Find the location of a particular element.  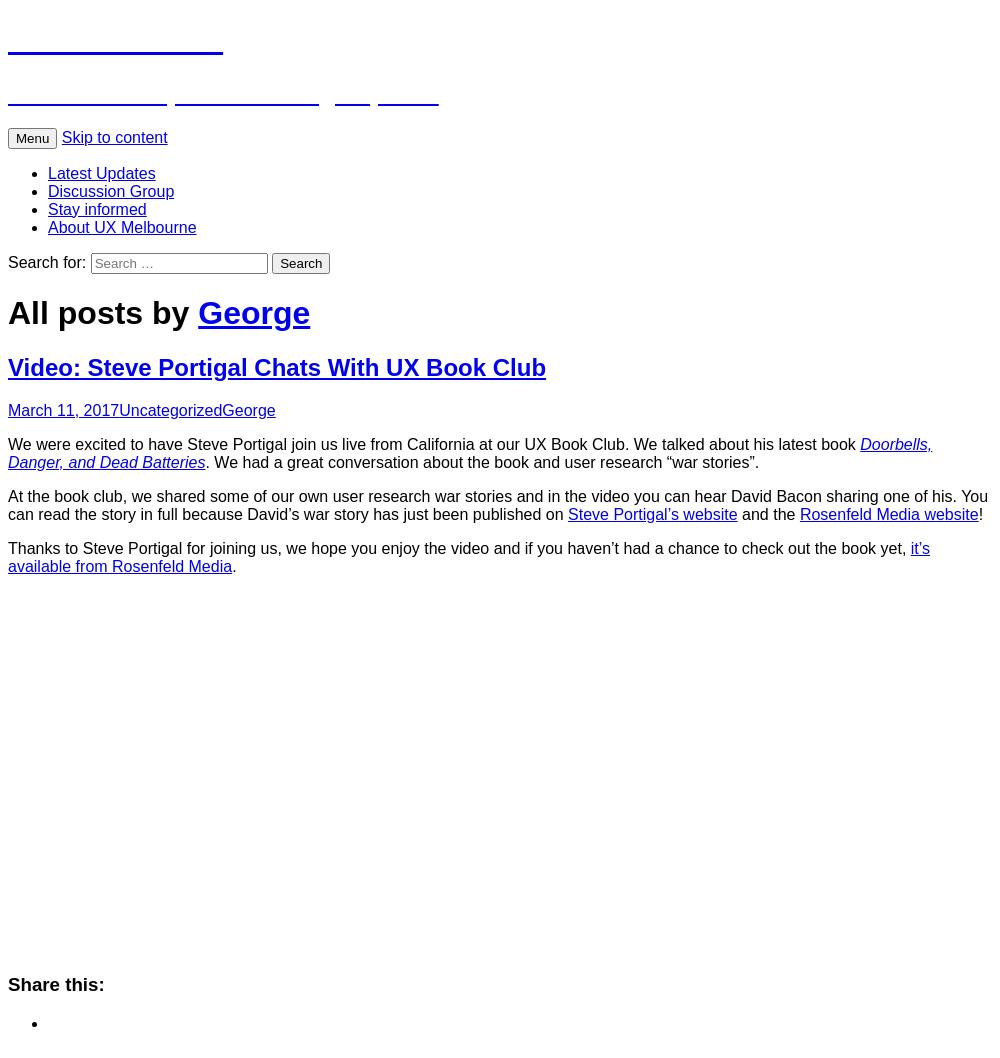

'Uncategorized' is located at coordinates (170, 409).